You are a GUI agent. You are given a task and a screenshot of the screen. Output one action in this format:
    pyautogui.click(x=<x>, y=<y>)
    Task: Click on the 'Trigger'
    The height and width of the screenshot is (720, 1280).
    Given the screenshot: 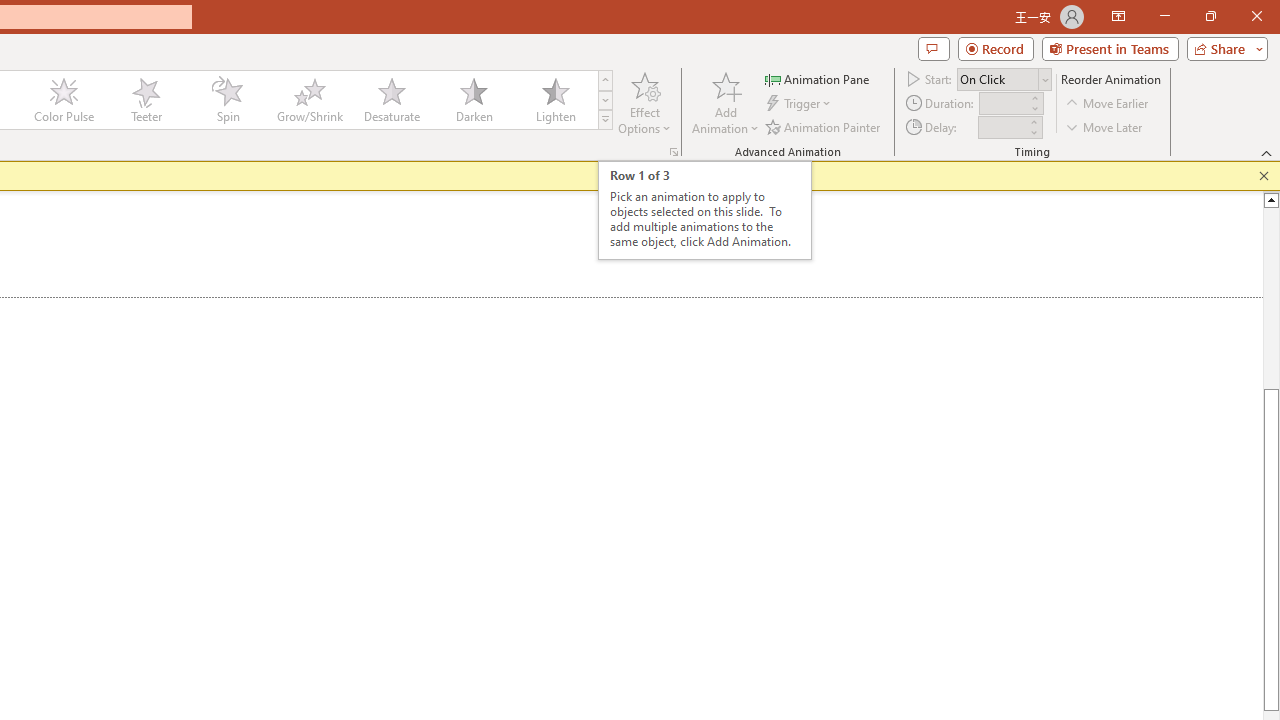 What is the action you would take?
    pyautogui.click(x=800, y=103)
    